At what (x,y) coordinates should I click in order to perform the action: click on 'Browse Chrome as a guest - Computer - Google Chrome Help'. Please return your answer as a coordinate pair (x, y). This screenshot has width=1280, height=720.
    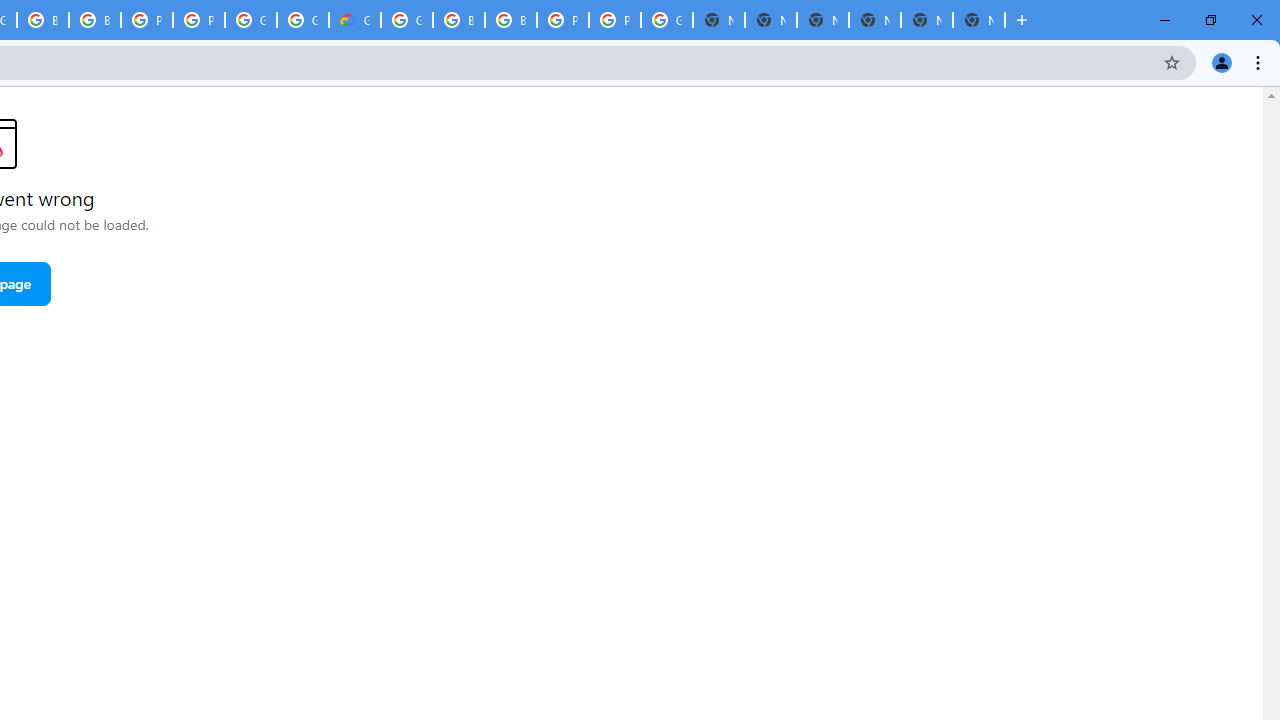
    Looking at the image, I should click on (457, 20).